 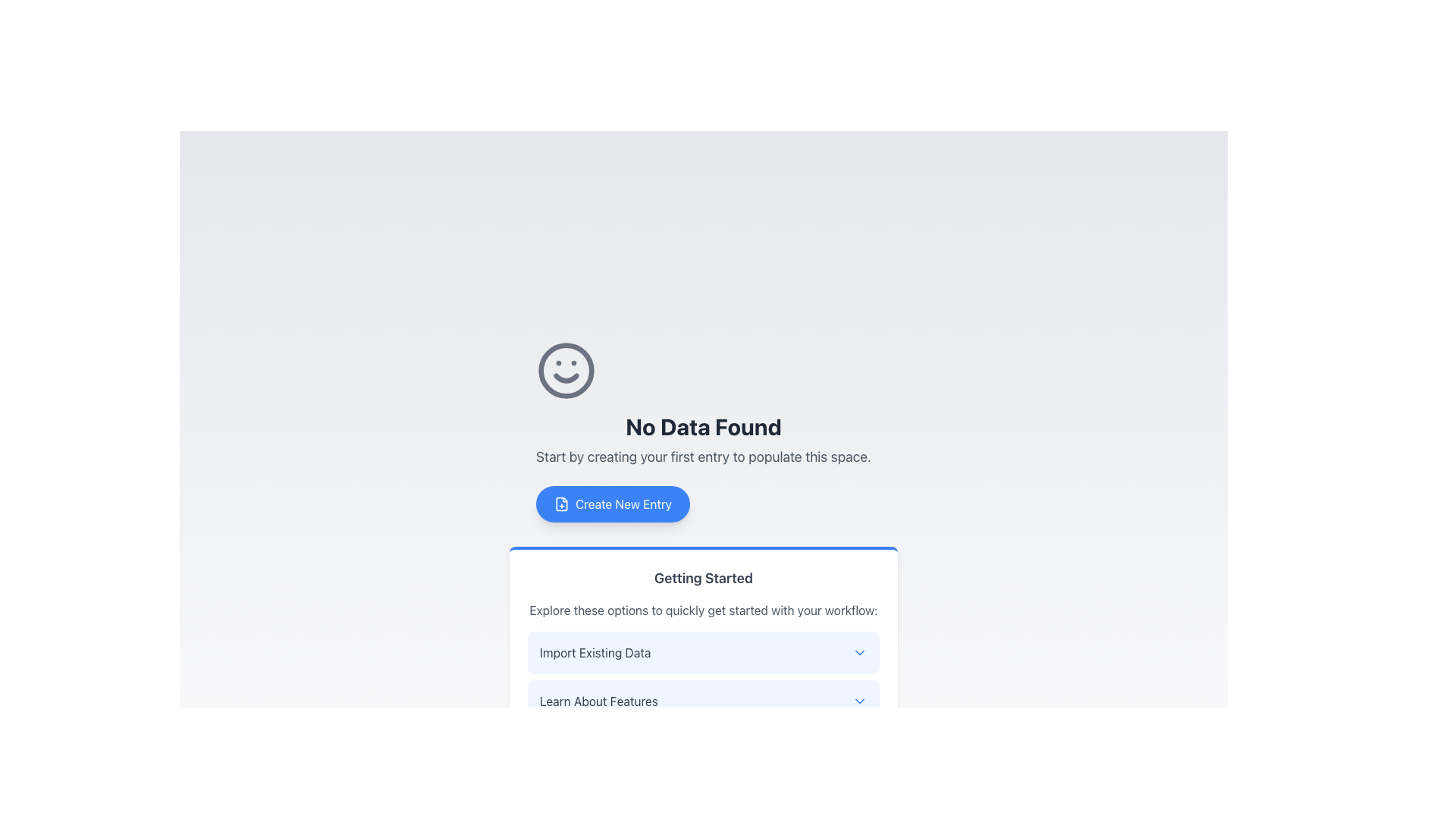 I want to click on the dropdown activator icon located to the right of the 'Learn About Features' text, so click(x=859, y=701).